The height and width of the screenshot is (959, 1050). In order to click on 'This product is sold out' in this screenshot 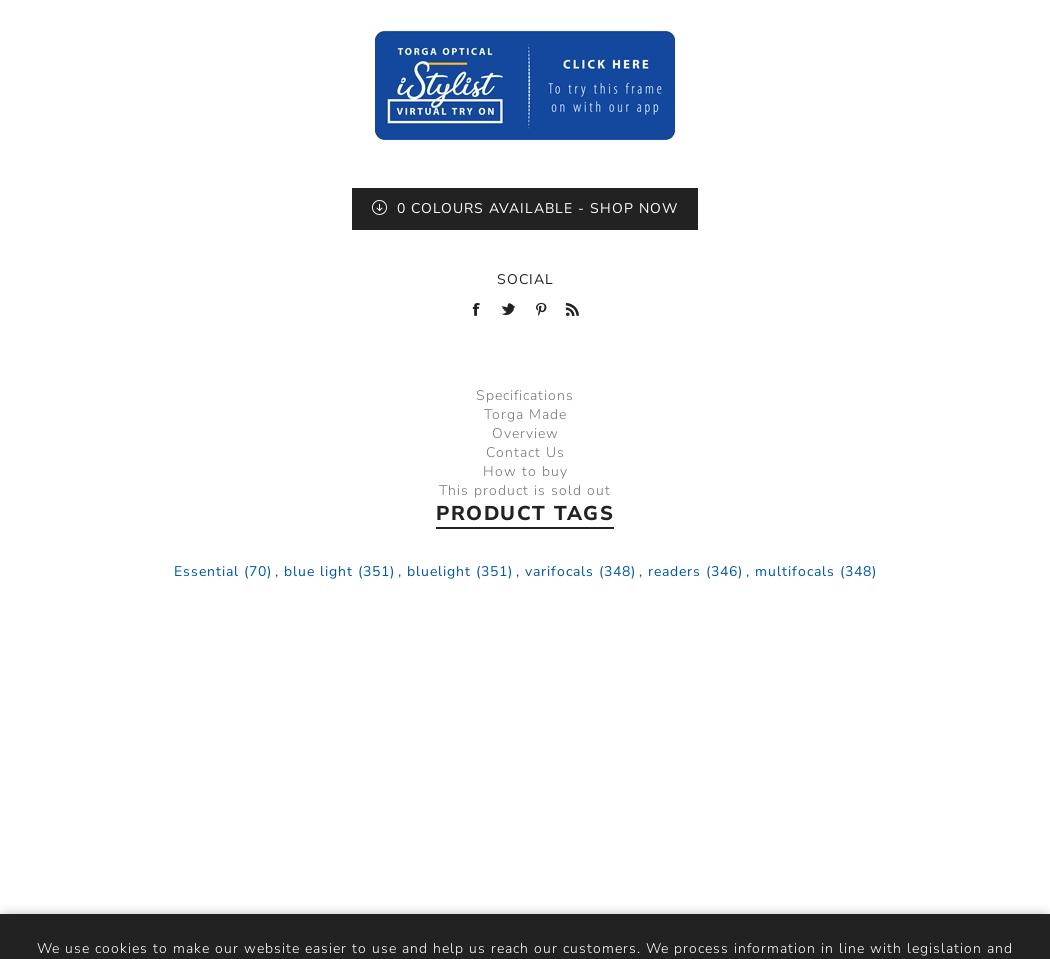, I will do `click(525, 489)`.